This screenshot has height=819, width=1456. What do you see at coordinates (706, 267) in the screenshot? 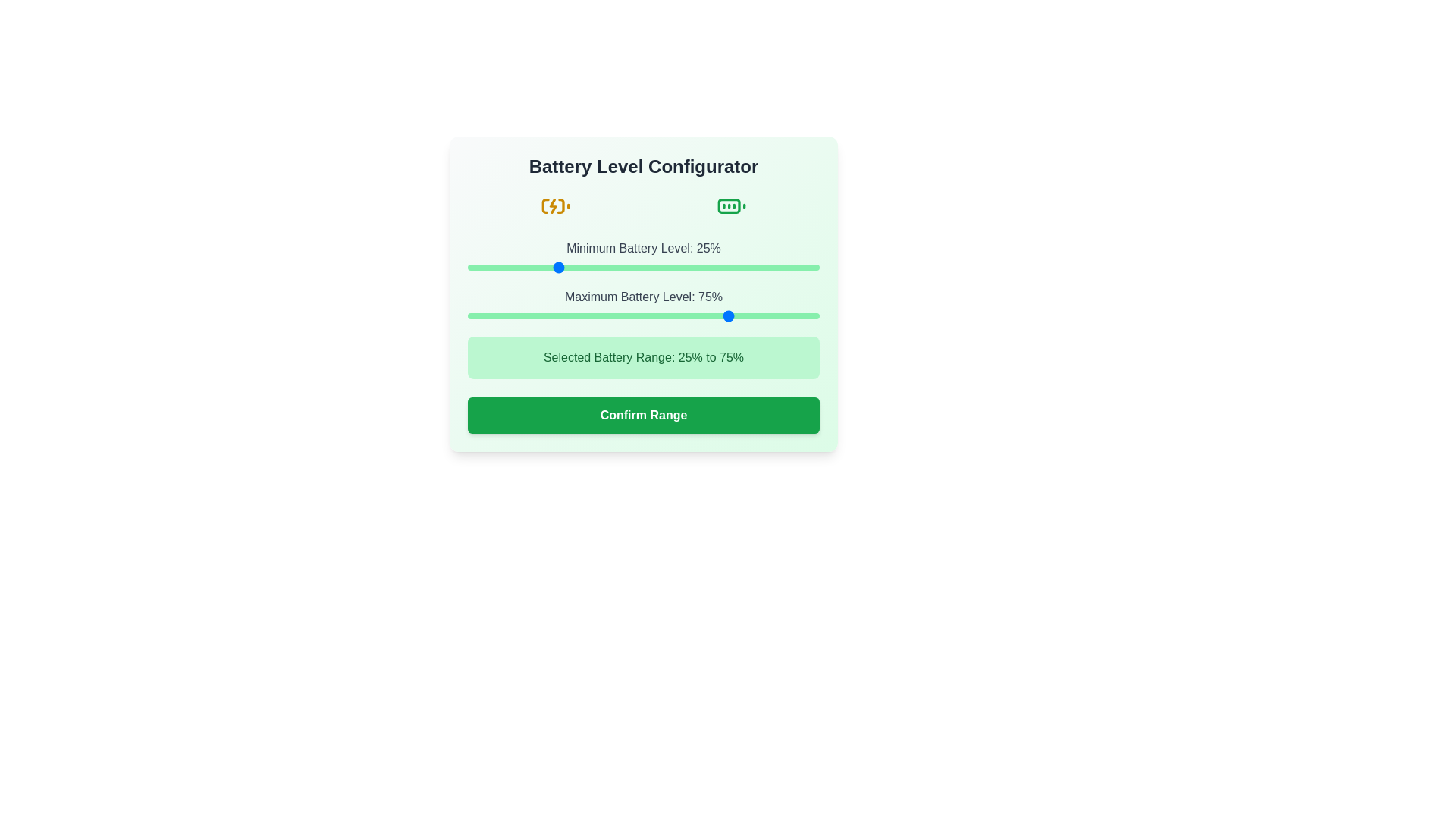
I see `the minimum battery level` at bounding box center [706, 267].